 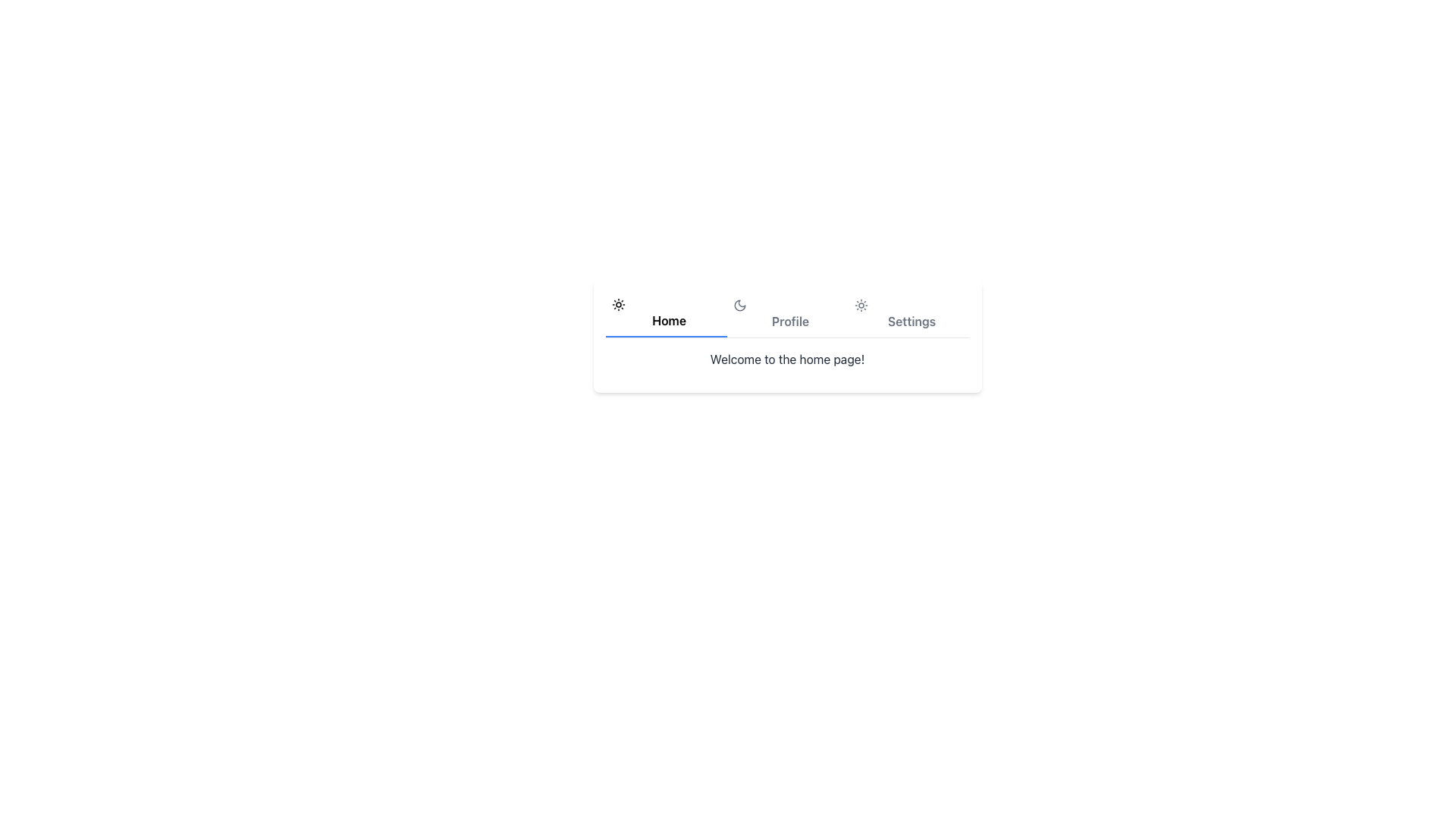 I want to click on text label 'Home' which indicates the active page in the navigation menu, so click(x=668, y=320).